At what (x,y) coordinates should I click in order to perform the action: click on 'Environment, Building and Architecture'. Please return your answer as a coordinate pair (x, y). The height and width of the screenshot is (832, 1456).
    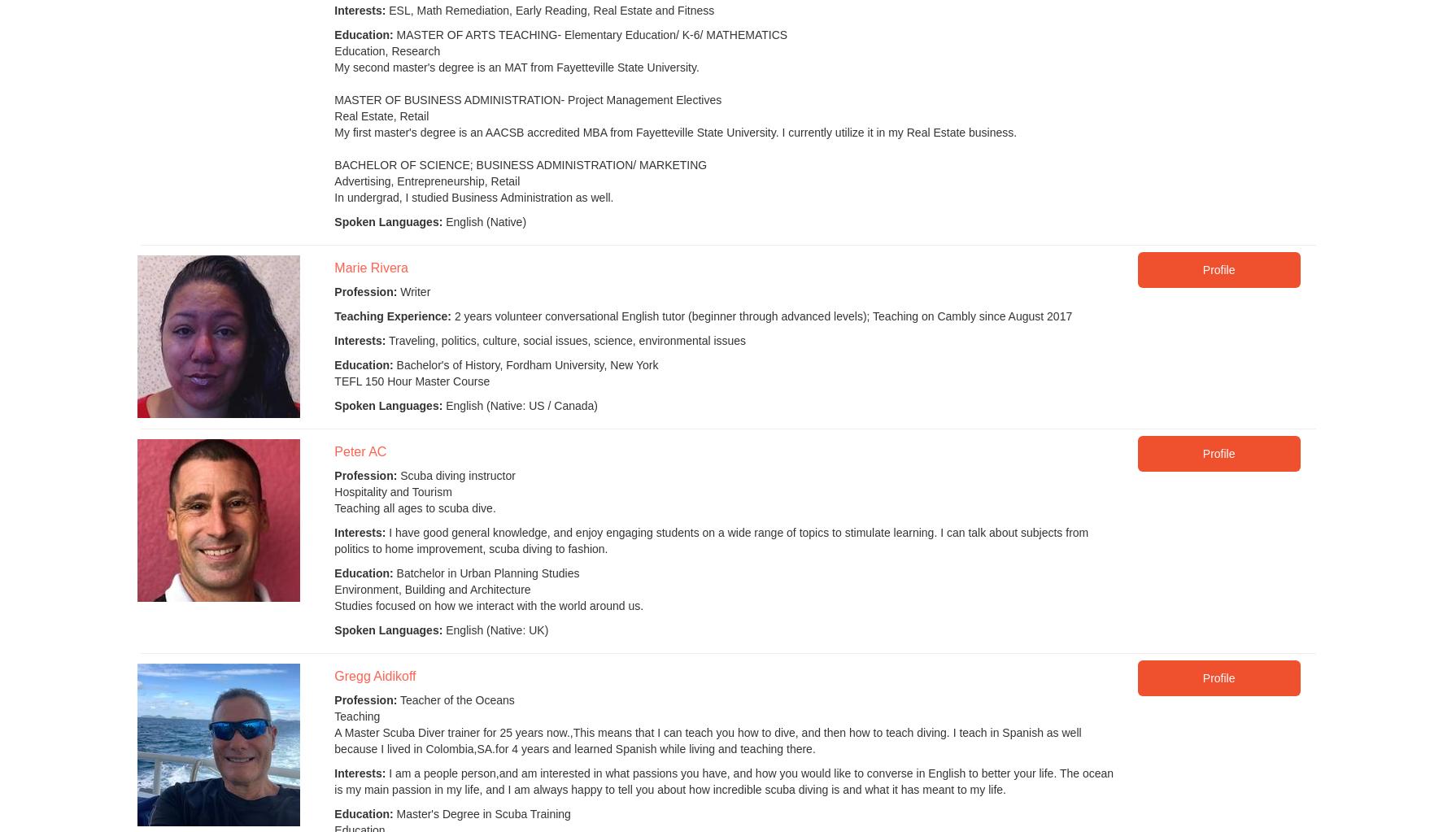
    Looking at the image, I should click on (431, 590).